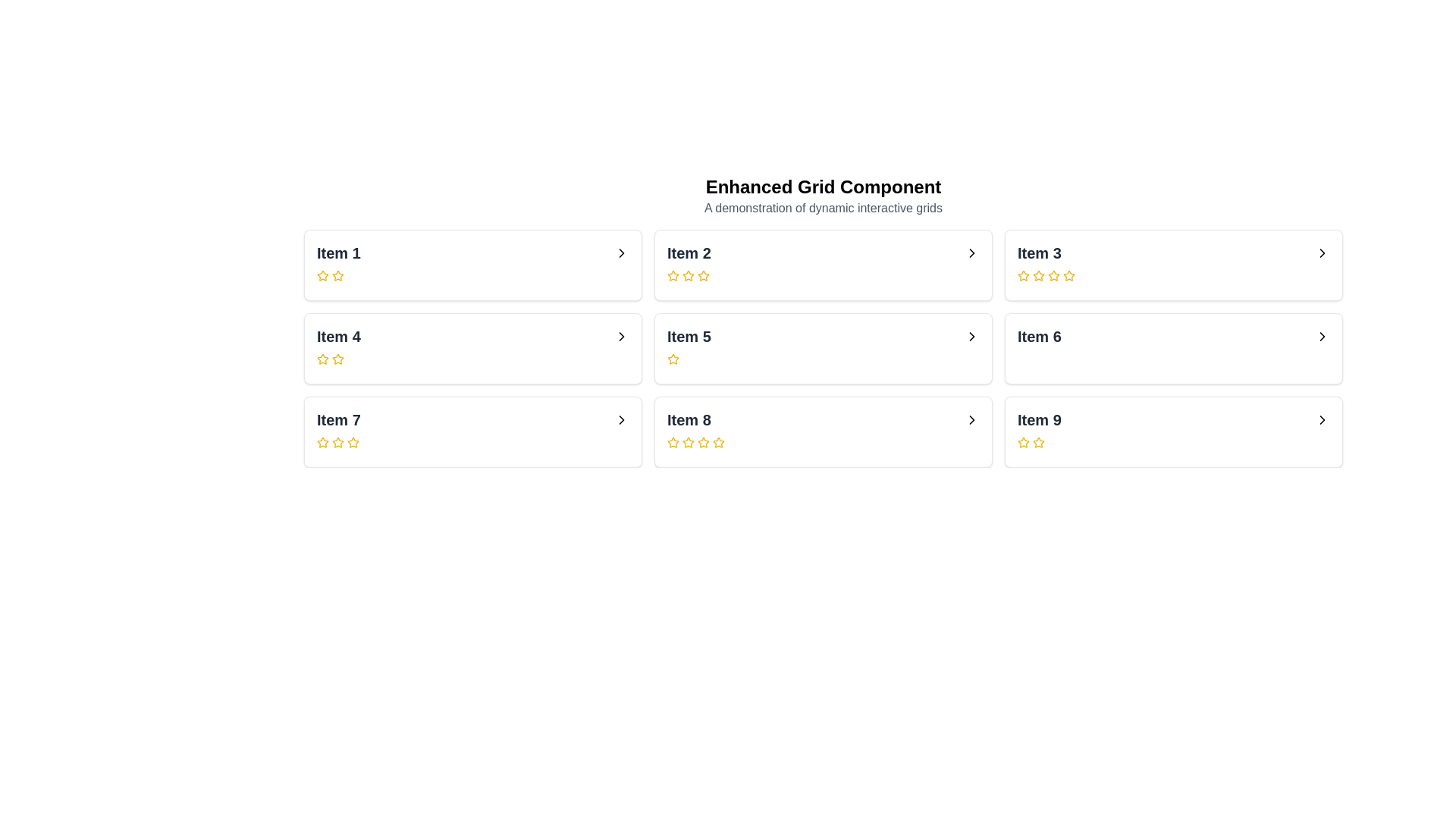 This screenshot has height=819, width=1456. I want to click on the first yellow star in the star rating indicator under 'Item 2', so click(673, 275).